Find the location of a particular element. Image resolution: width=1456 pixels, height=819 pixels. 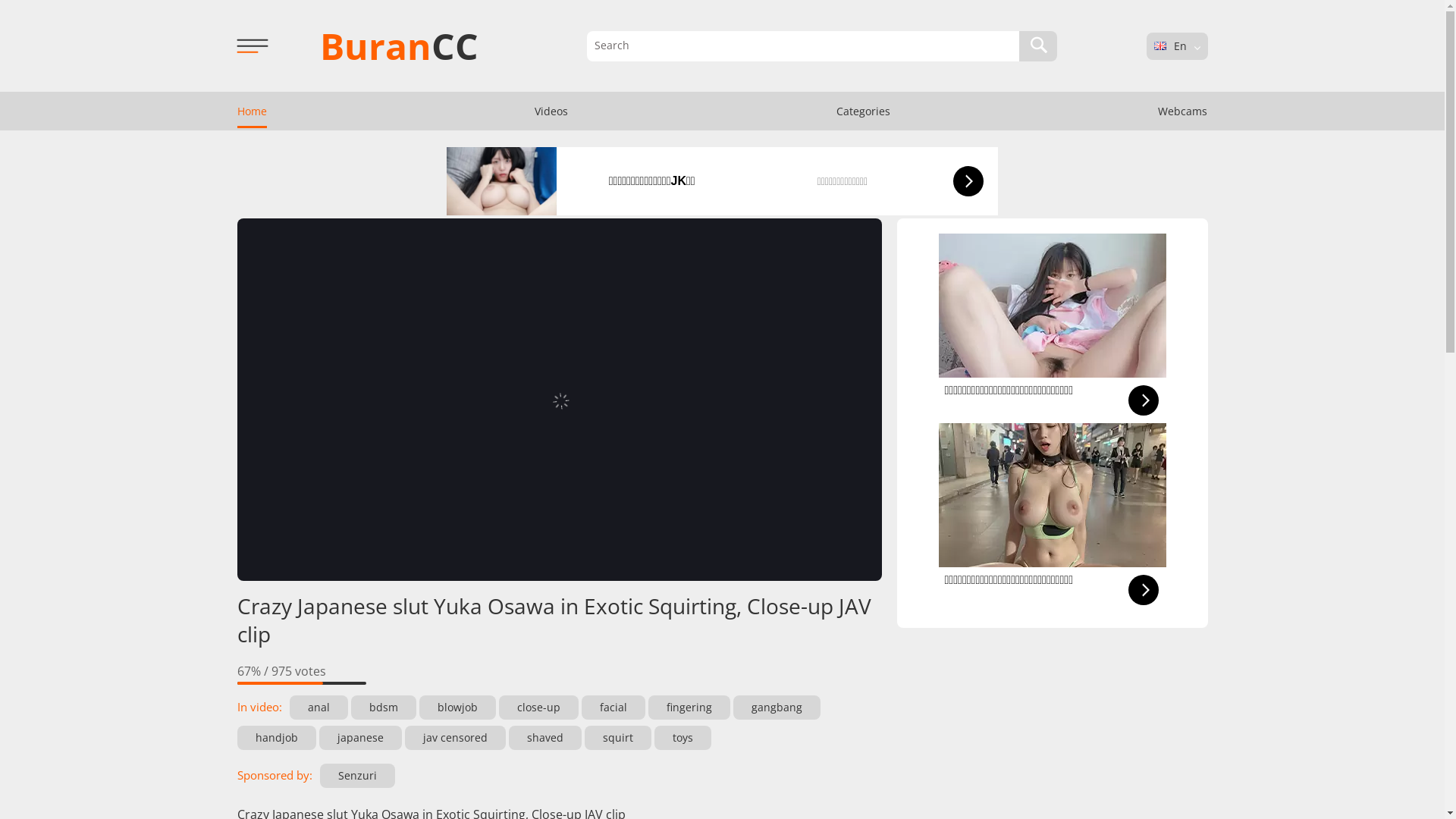

'BuranCC' is located at coordinates (399, 45).